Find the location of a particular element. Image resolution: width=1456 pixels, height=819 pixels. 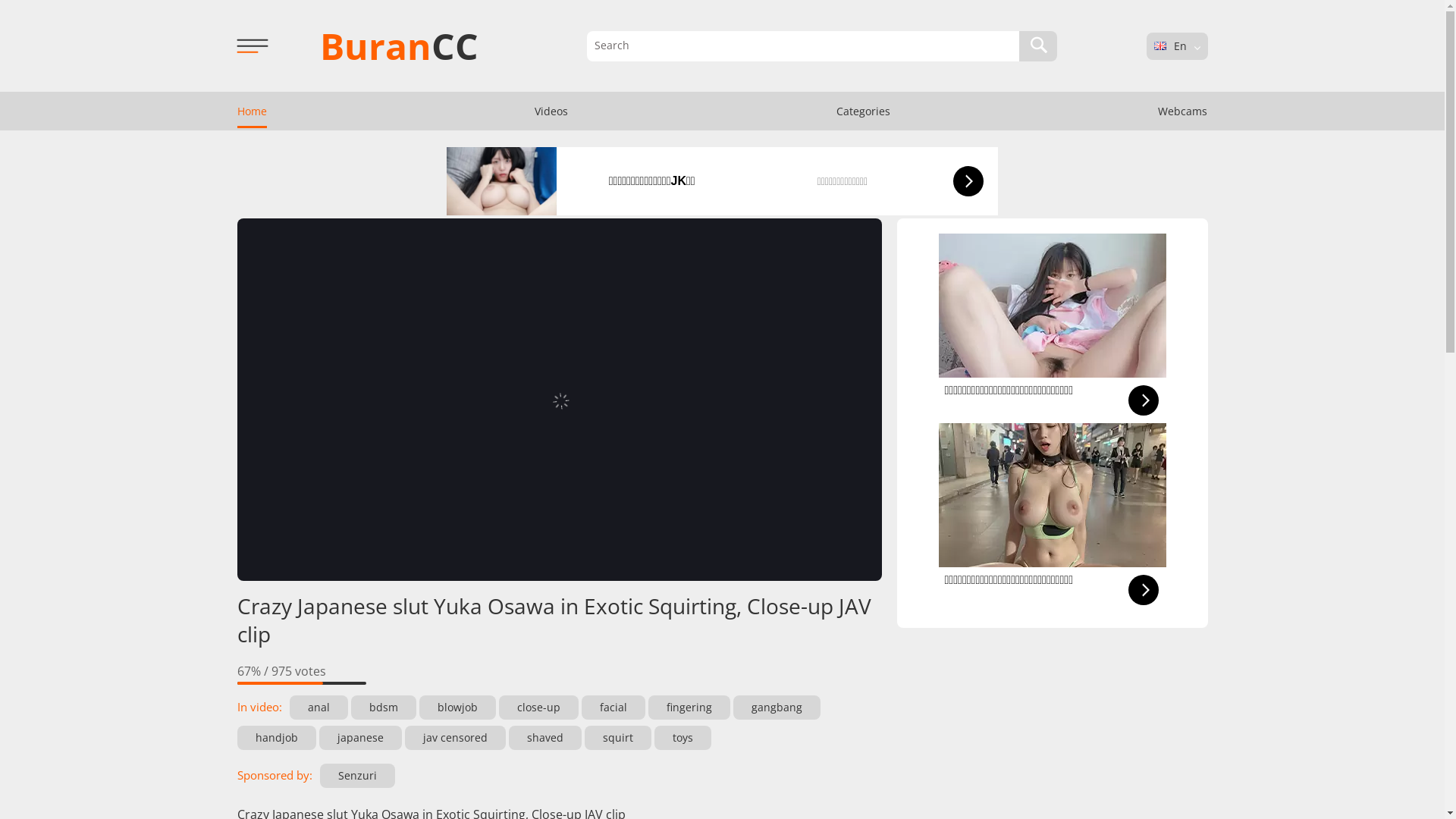

'BuranCC' is located at coordinates (399, 45).